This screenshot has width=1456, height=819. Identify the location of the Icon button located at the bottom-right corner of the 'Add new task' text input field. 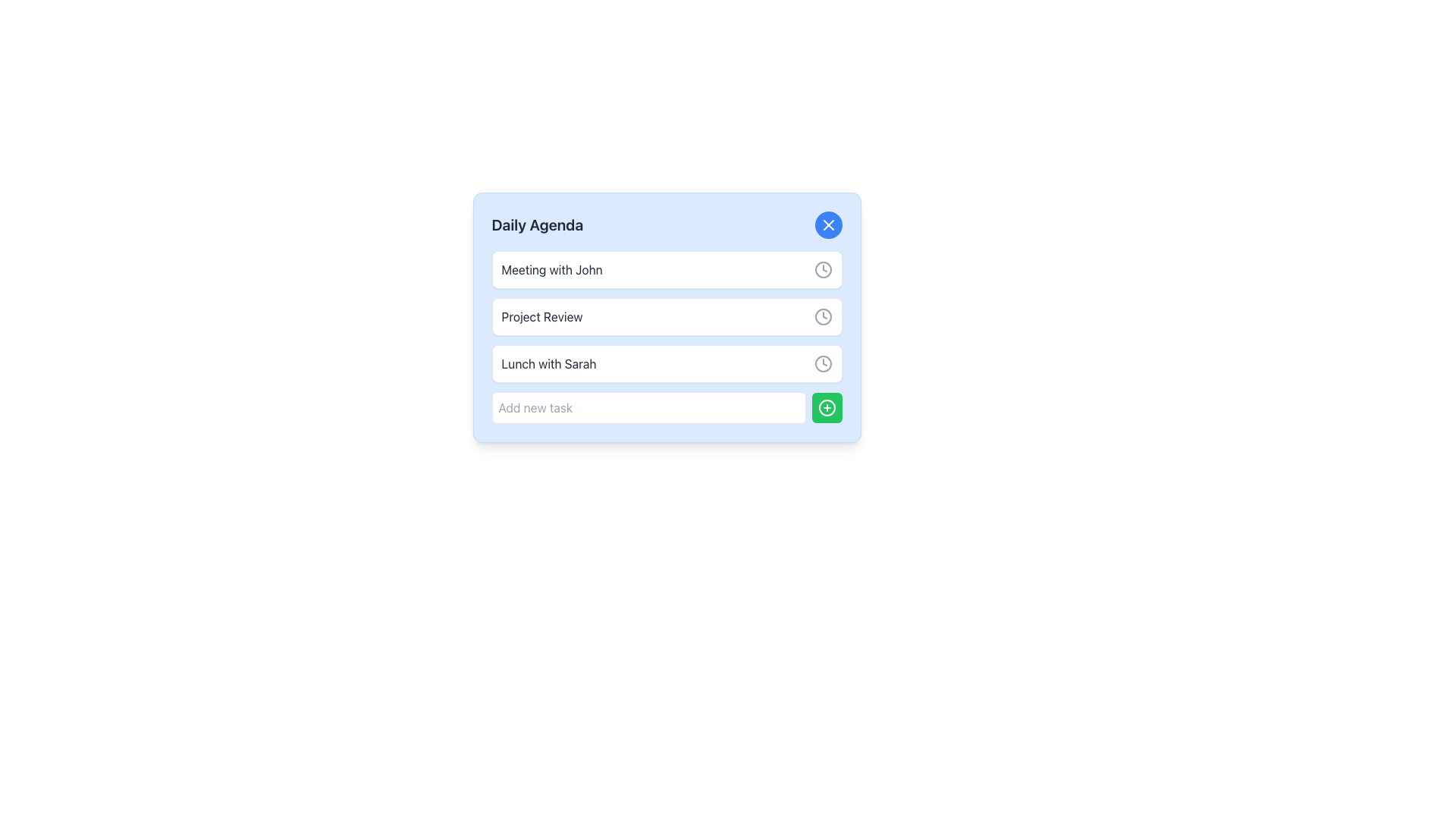
(826, 406).